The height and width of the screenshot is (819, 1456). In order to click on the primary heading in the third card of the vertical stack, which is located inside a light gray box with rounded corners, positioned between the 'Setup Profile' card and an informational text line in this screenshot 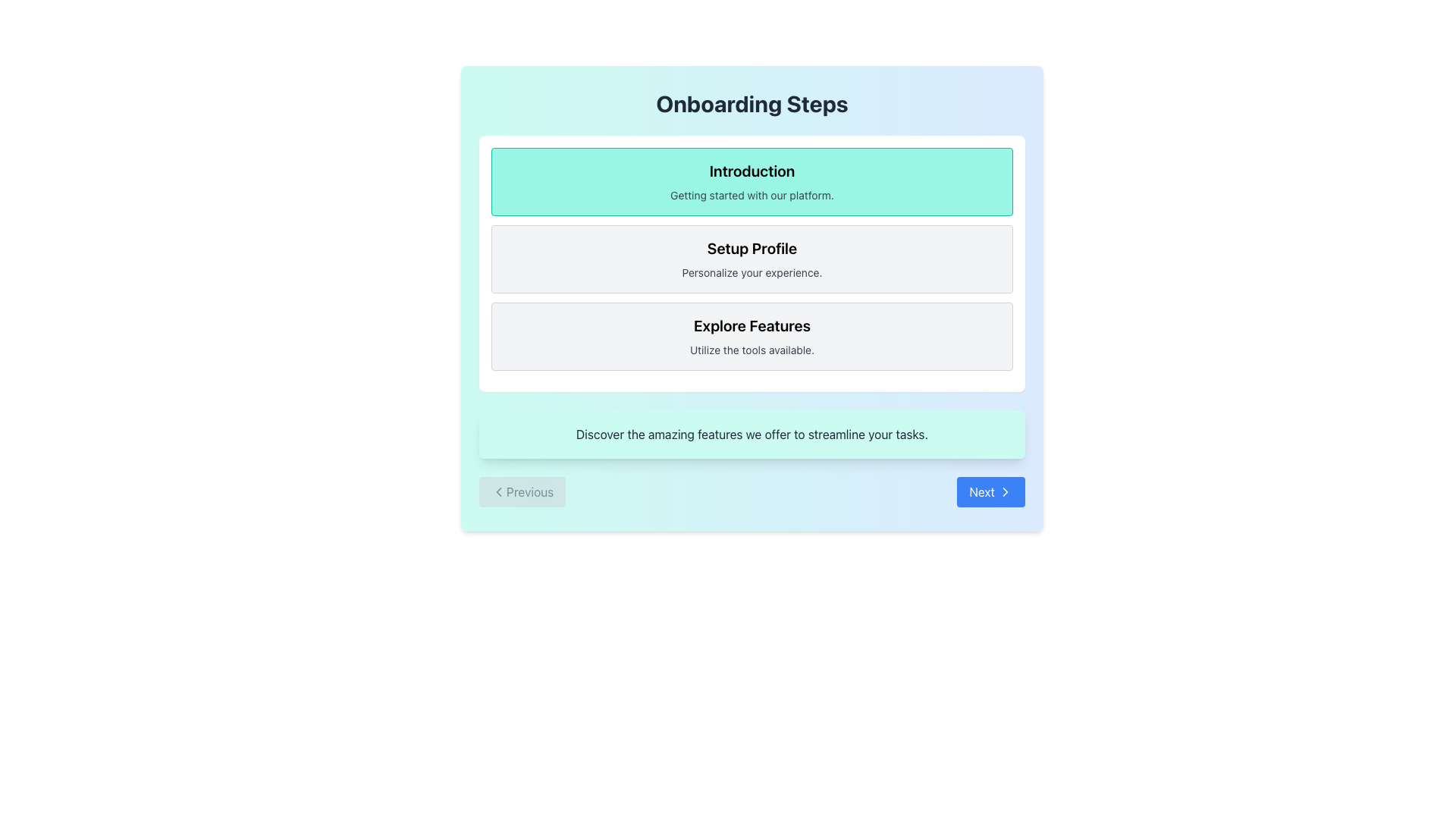, I will do `click(752, 325)`.